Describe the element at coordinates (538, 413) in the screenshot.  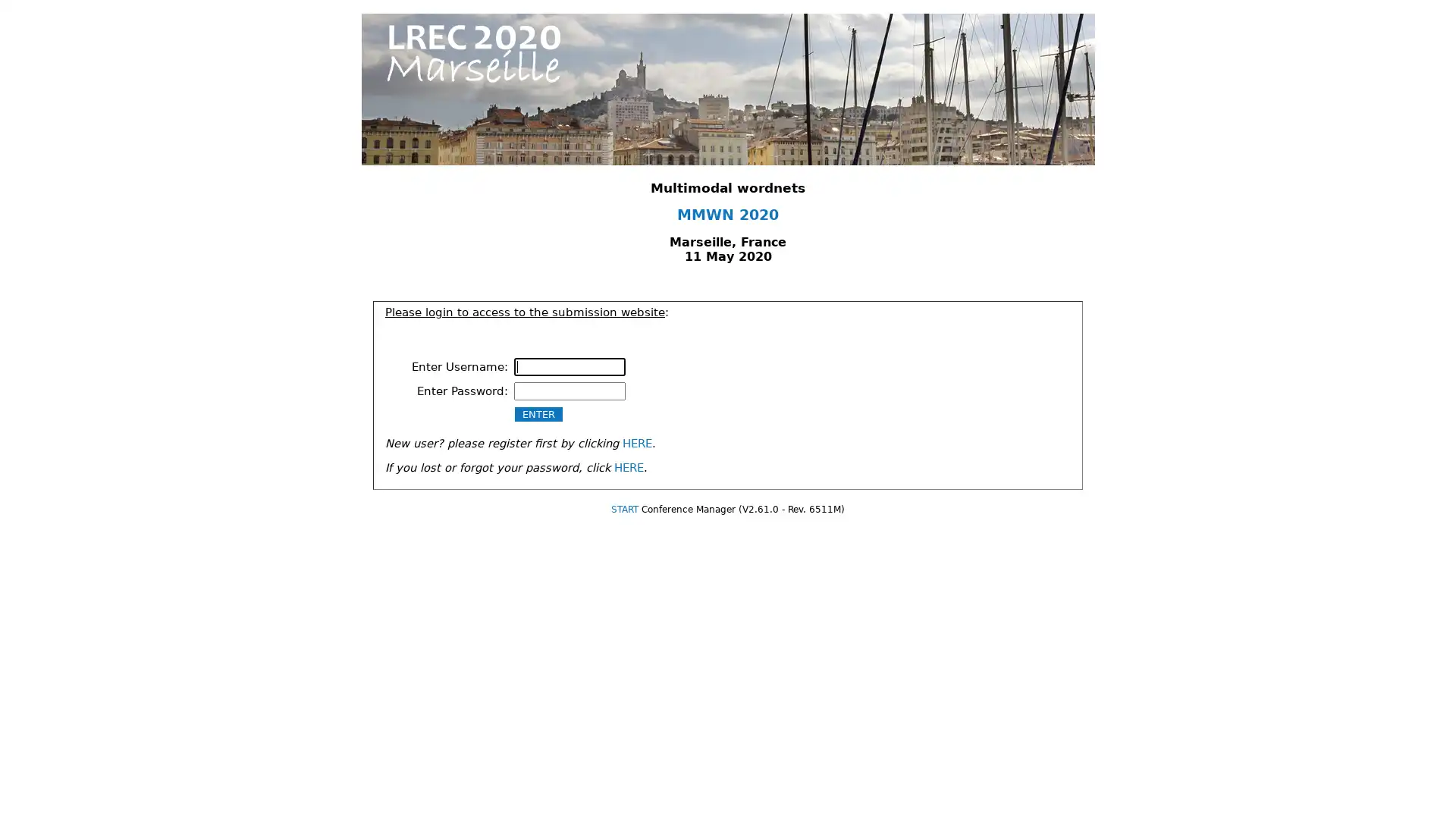
I see `ENTER` at that location.